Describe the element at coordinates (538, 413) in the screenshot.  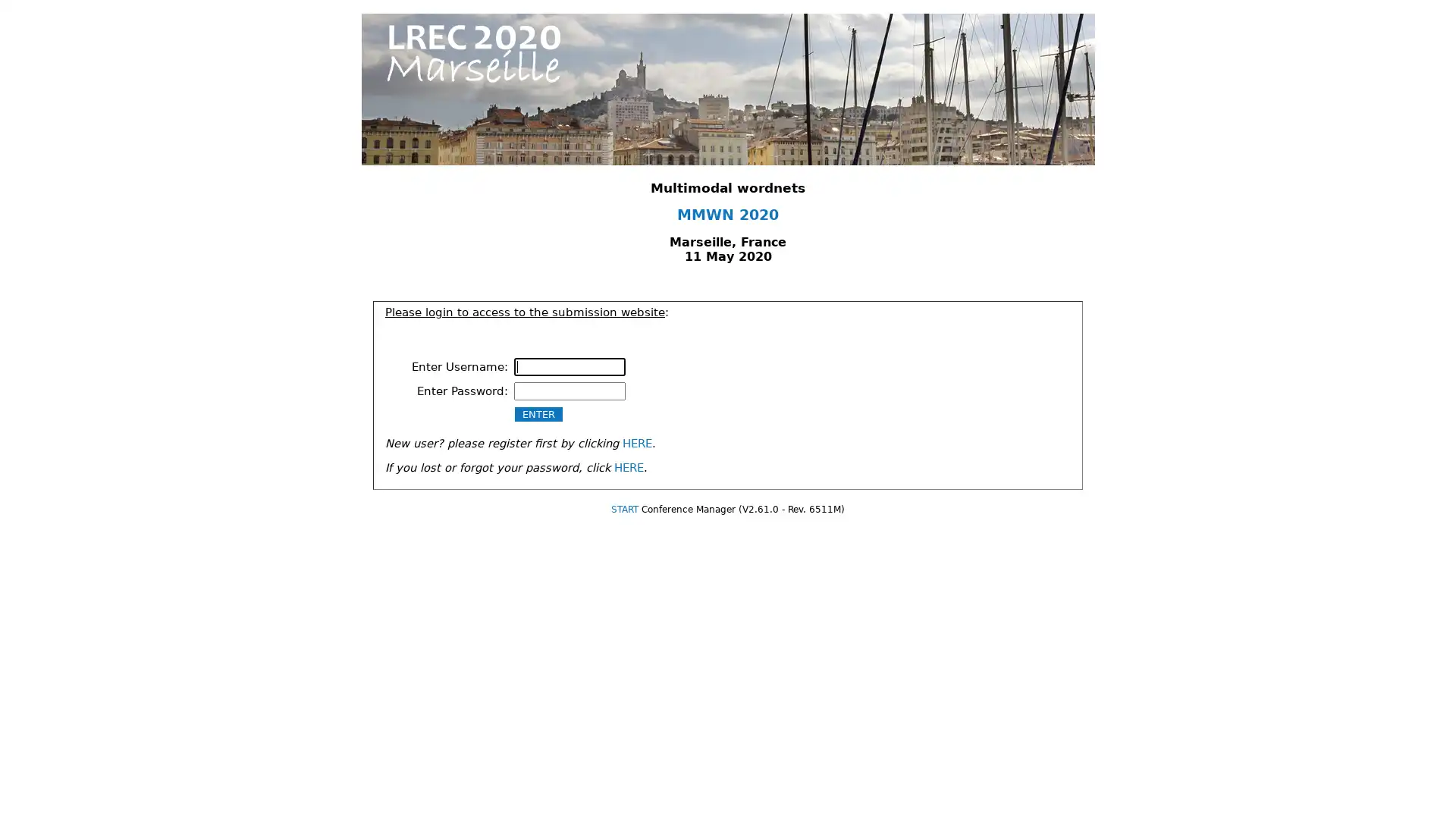
I see `ENTER` at that location.